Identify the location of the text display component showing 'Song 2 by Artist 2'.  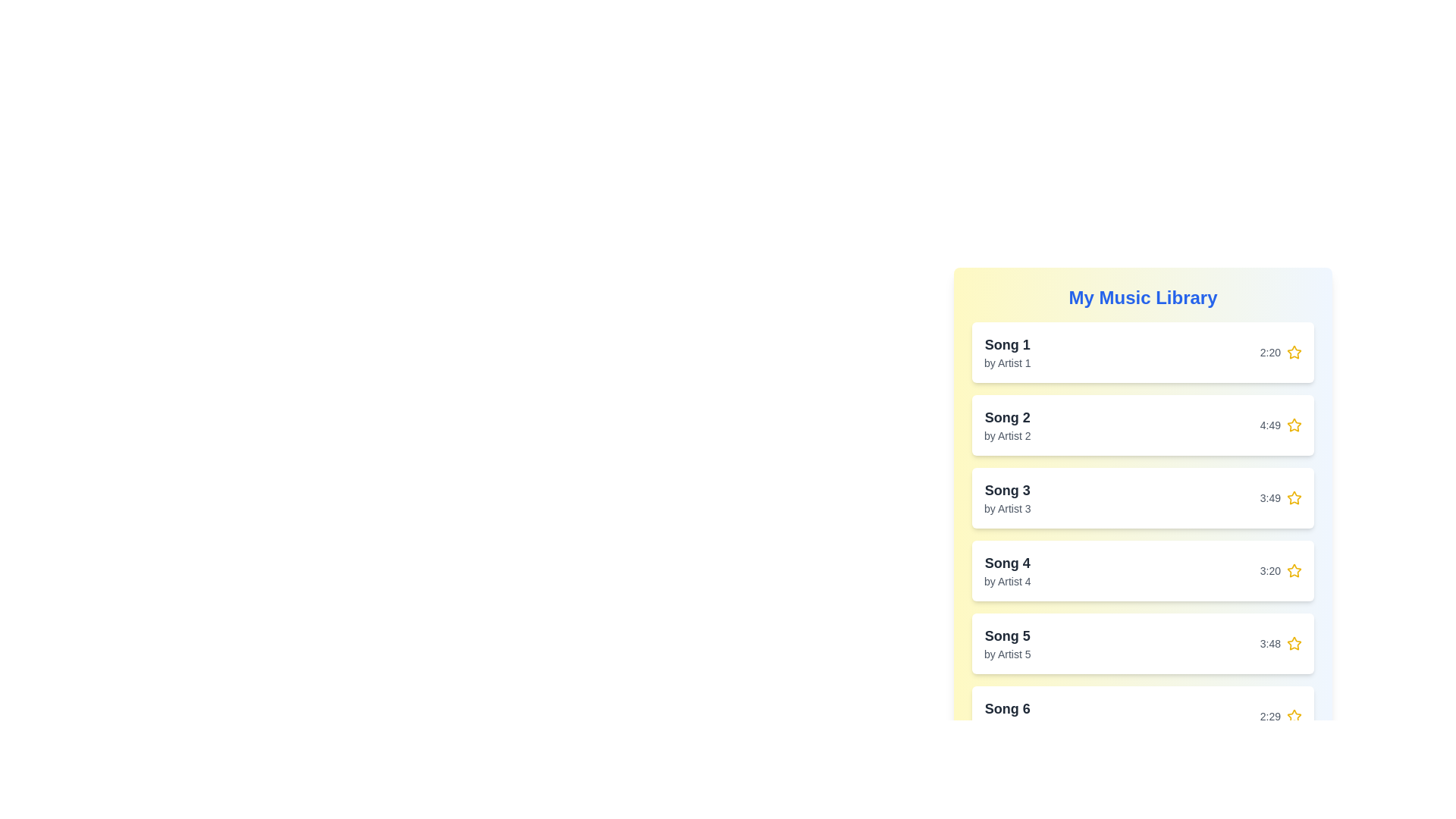
(1007, 425).